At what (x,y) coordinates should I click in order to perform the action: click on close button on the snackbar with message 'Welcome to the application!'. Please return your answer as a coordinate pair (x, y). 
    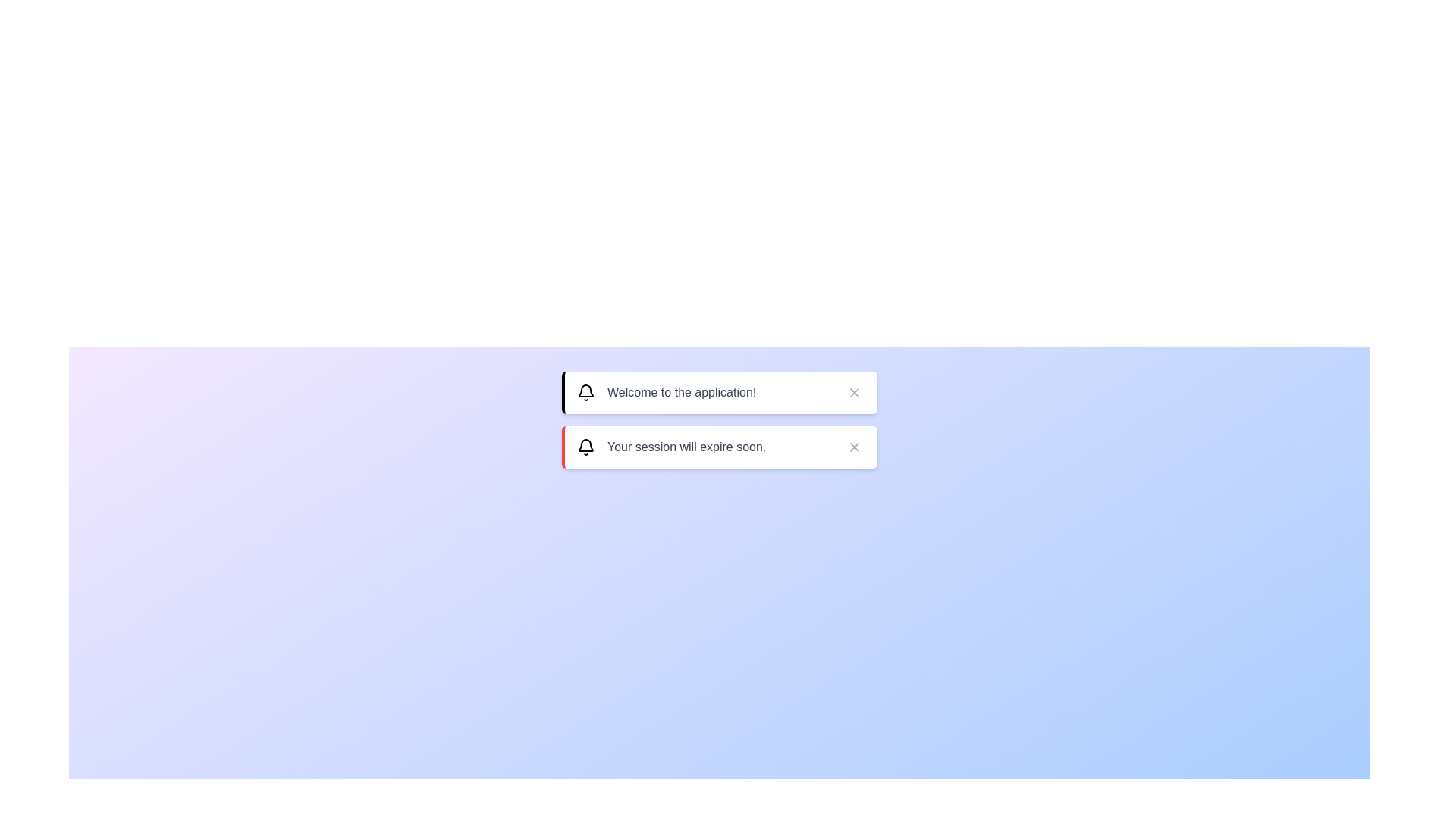
    Looking at the image, I should click on (855, 391).